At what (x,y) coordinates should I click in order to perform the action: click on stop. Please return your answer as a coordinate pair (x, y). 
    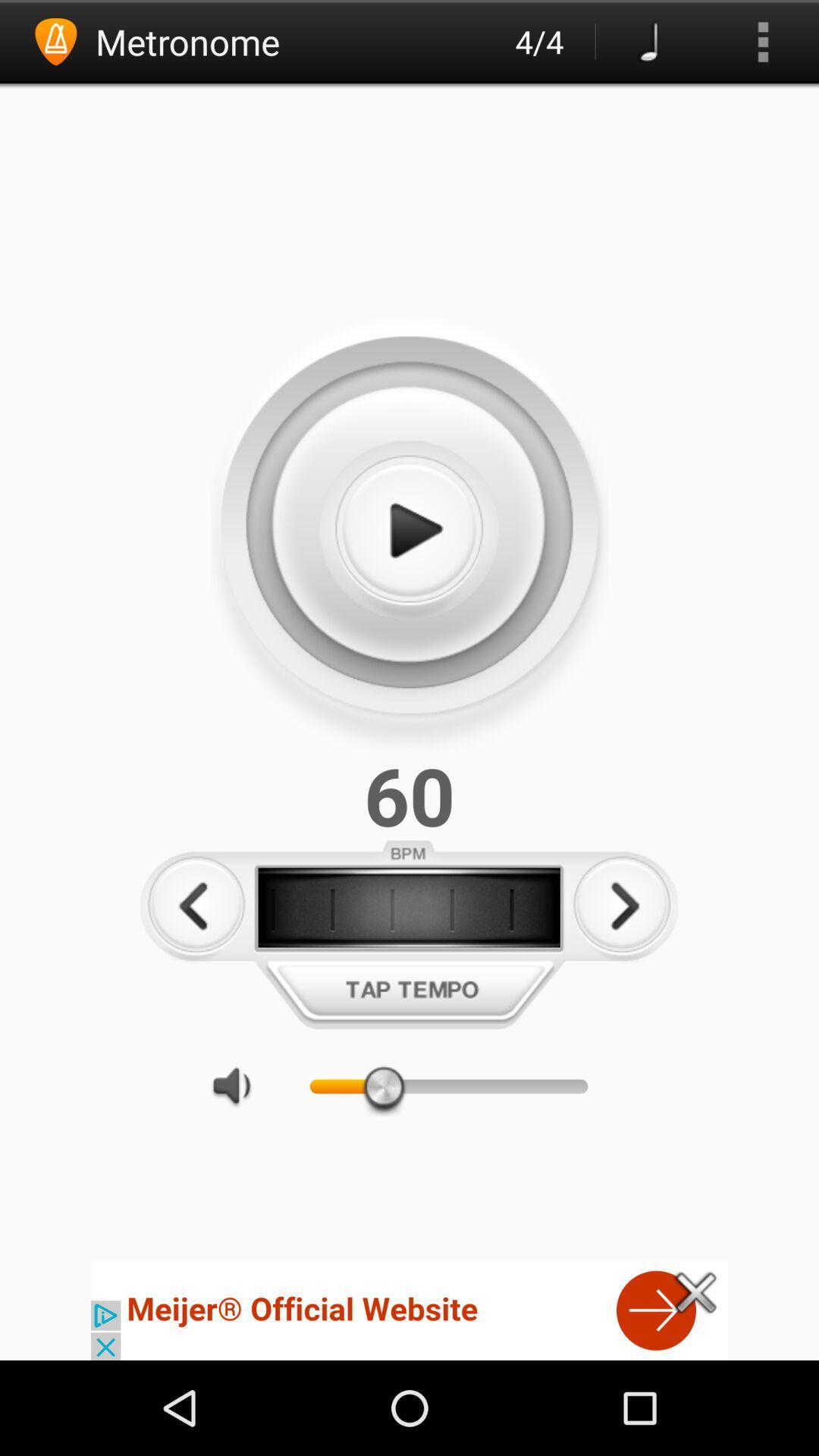
    Looking at the image, I should click on (408, 531).